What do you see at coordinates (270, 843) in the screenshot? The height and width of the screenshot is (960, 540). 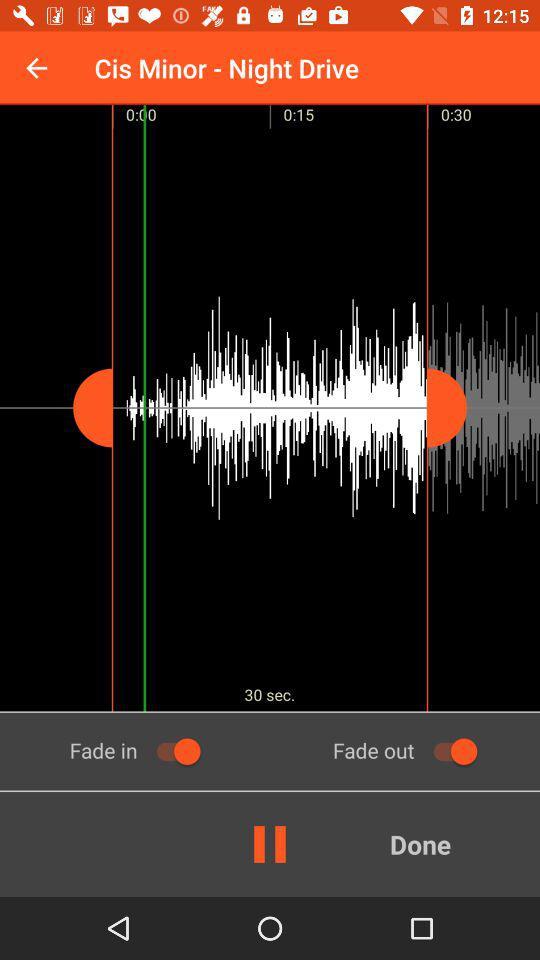 I see `the pause icon` at bounding box center [270, 843].